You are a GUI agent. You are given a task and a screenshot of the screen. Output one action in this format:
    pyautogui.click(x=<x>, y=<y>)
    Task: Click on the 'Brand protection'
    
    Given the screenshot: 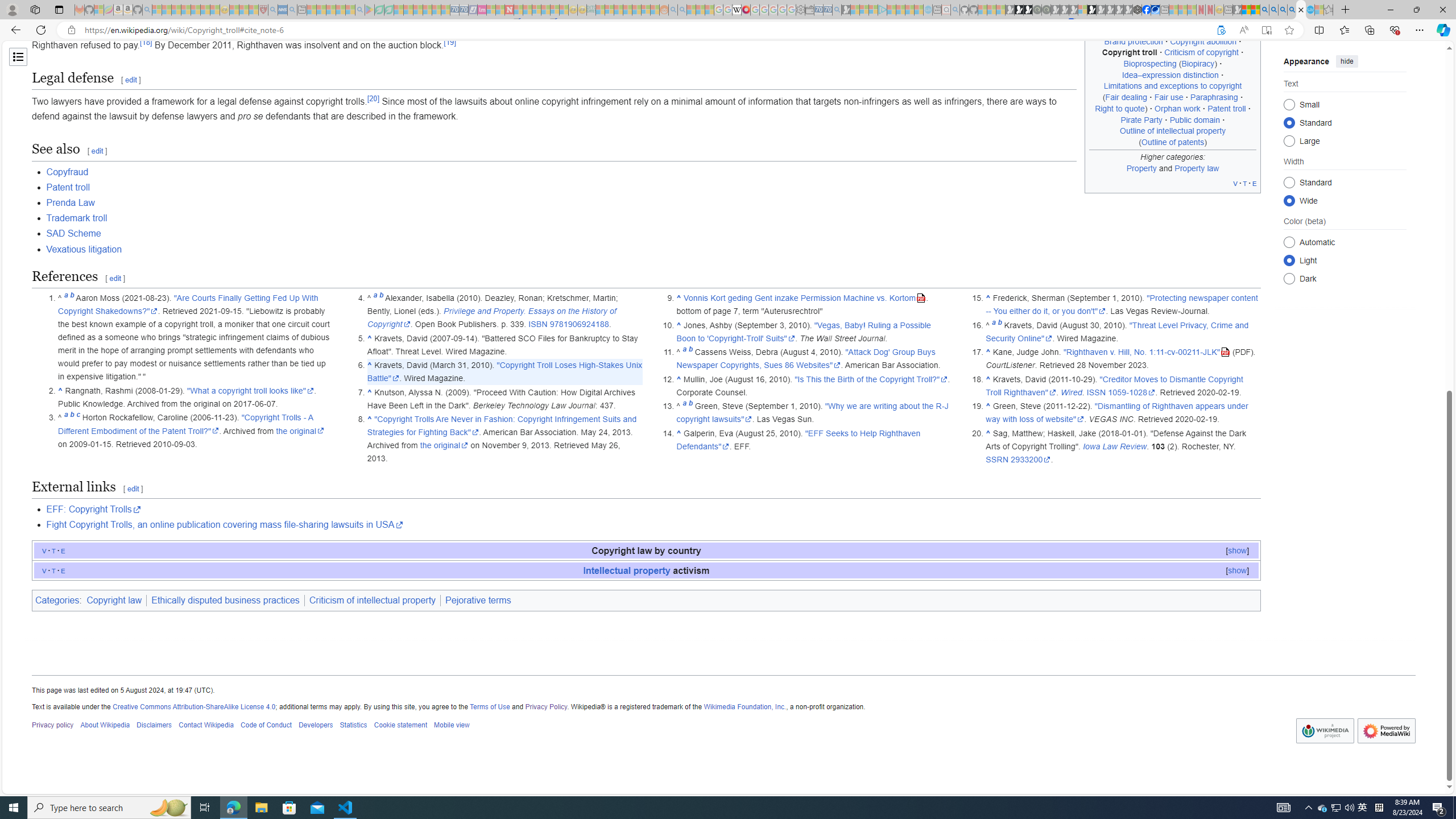 What is the action you would take?
    pyautogui.click(x=1133, y=41)
    